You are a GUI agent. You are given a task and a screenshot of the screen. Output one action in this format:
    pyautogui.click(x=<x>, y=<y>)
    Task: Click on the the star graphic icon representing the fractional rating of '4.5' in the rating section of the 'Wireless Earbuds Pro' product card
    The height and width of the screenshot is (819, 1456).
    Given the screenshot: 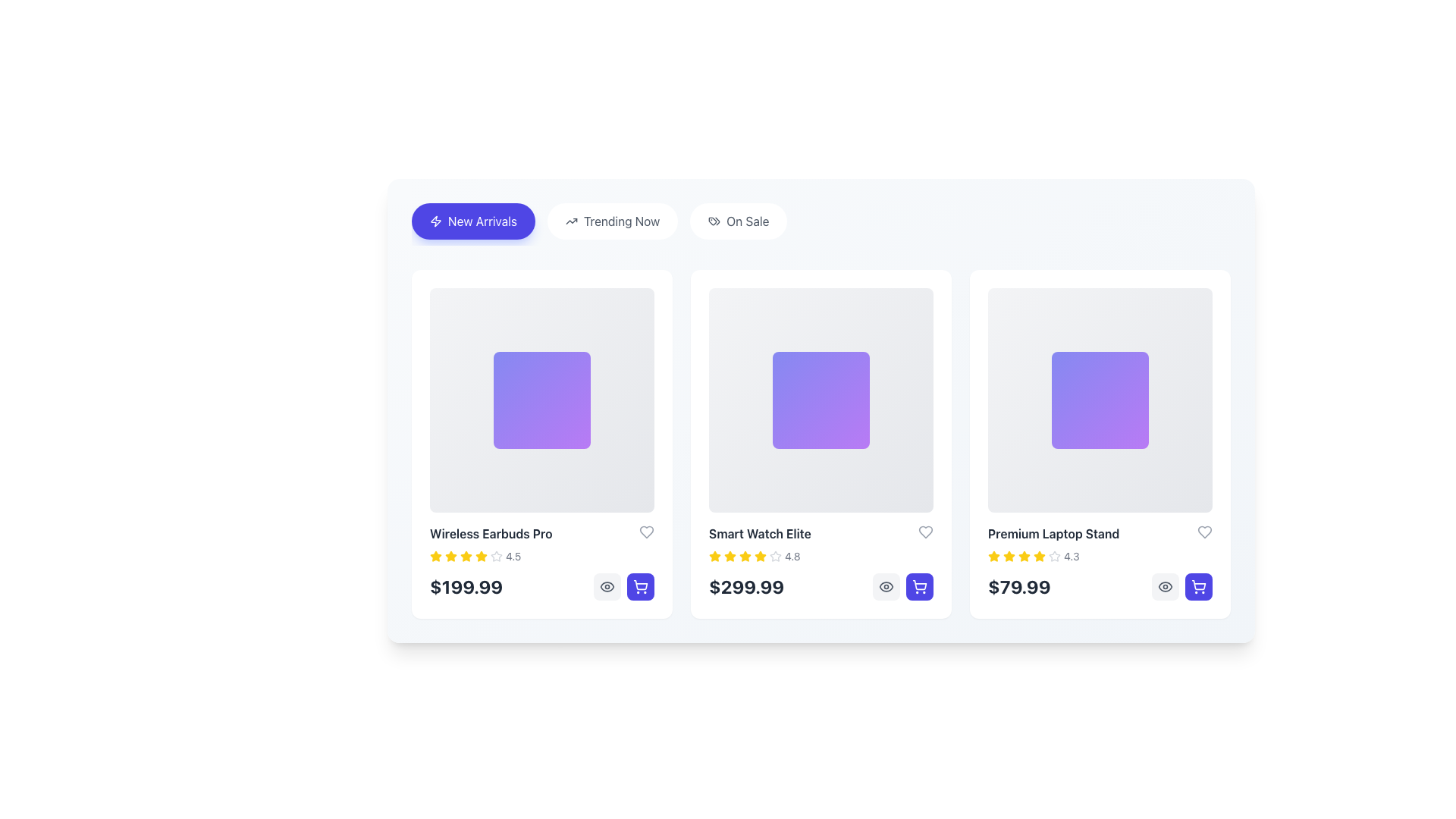 What is the action you would take?
    pyautogui.click(x=496, y=556)
    